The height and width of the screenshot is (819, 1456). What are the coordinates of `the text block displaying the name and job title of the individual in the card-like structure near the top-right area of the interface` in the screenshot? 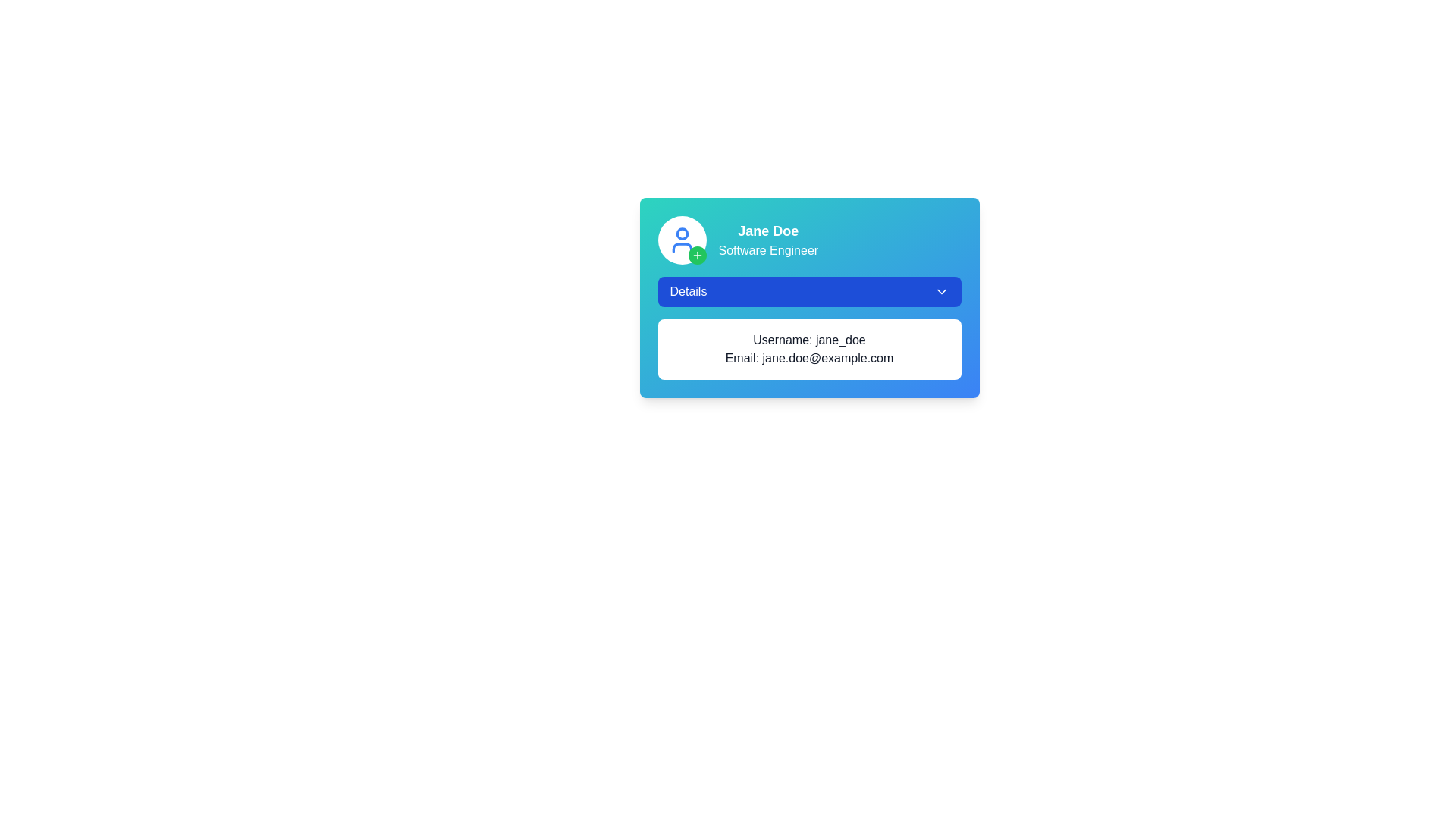 It's located at (768, 239).